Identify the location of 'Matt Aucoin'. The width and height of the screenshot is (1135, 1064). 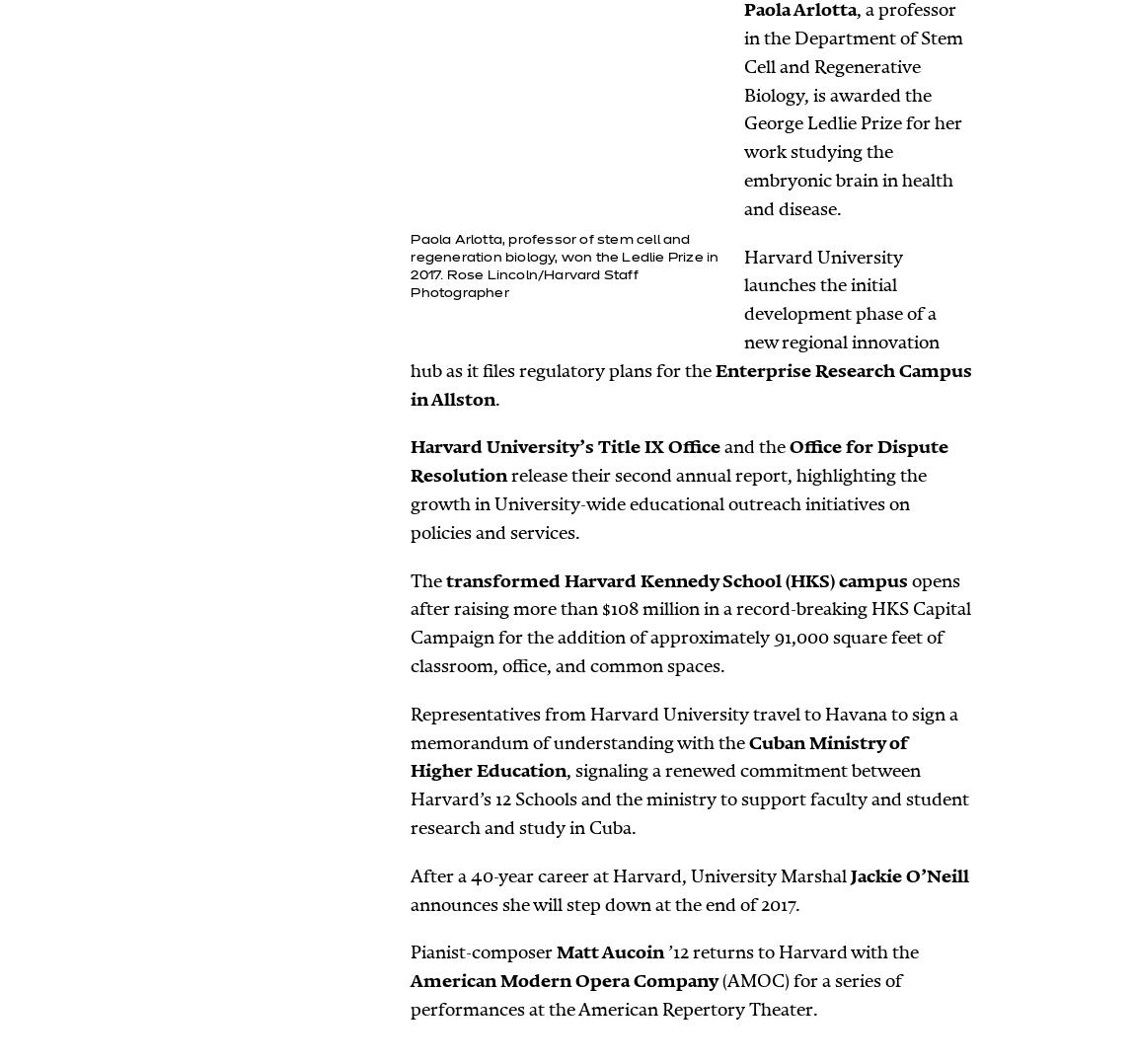
(556, 952).